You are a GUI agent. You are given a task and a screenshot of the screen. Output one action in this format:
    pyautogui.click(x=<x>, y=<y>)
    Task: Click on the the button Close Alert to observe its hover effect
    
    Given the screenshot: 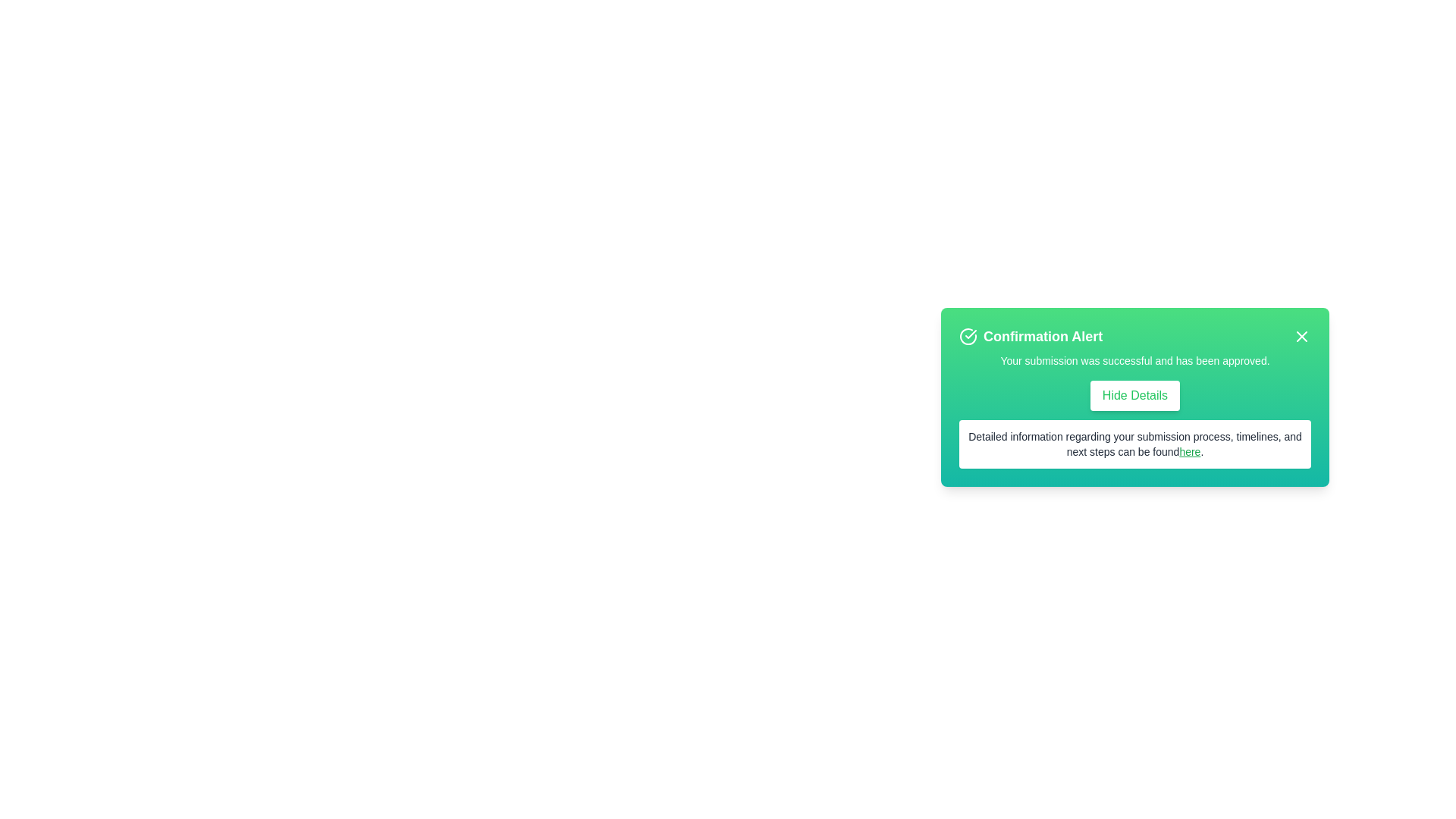 What is the action you would take?
    pyautogui.click(x=1301, y=335)
    